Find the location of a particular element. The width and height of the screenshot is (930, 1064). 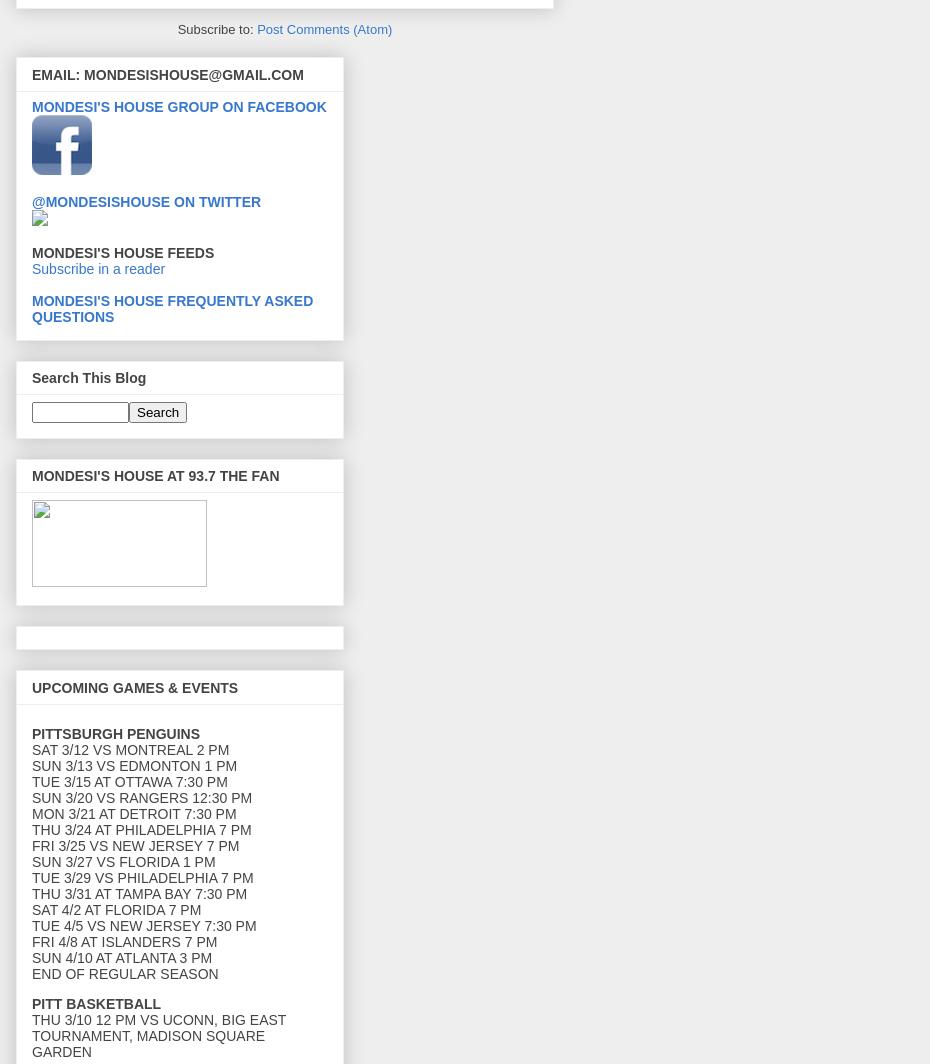

'SUN 4/10 AT ATLANTA 3 PM' is located at coordinates (30, 956).